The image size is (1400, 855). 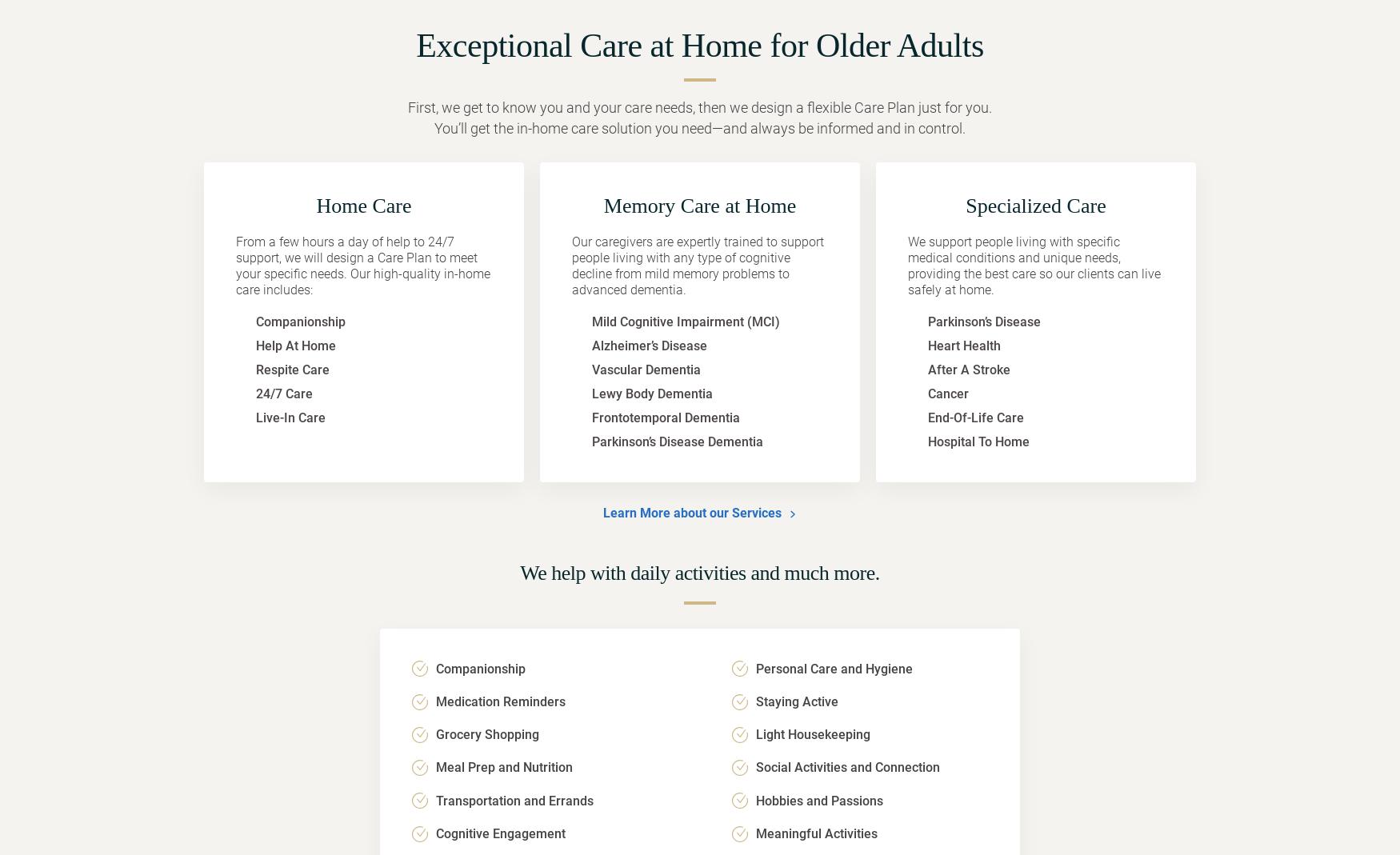 I want to click on 'Cognitive Engagement', so click(x=500, y=833).